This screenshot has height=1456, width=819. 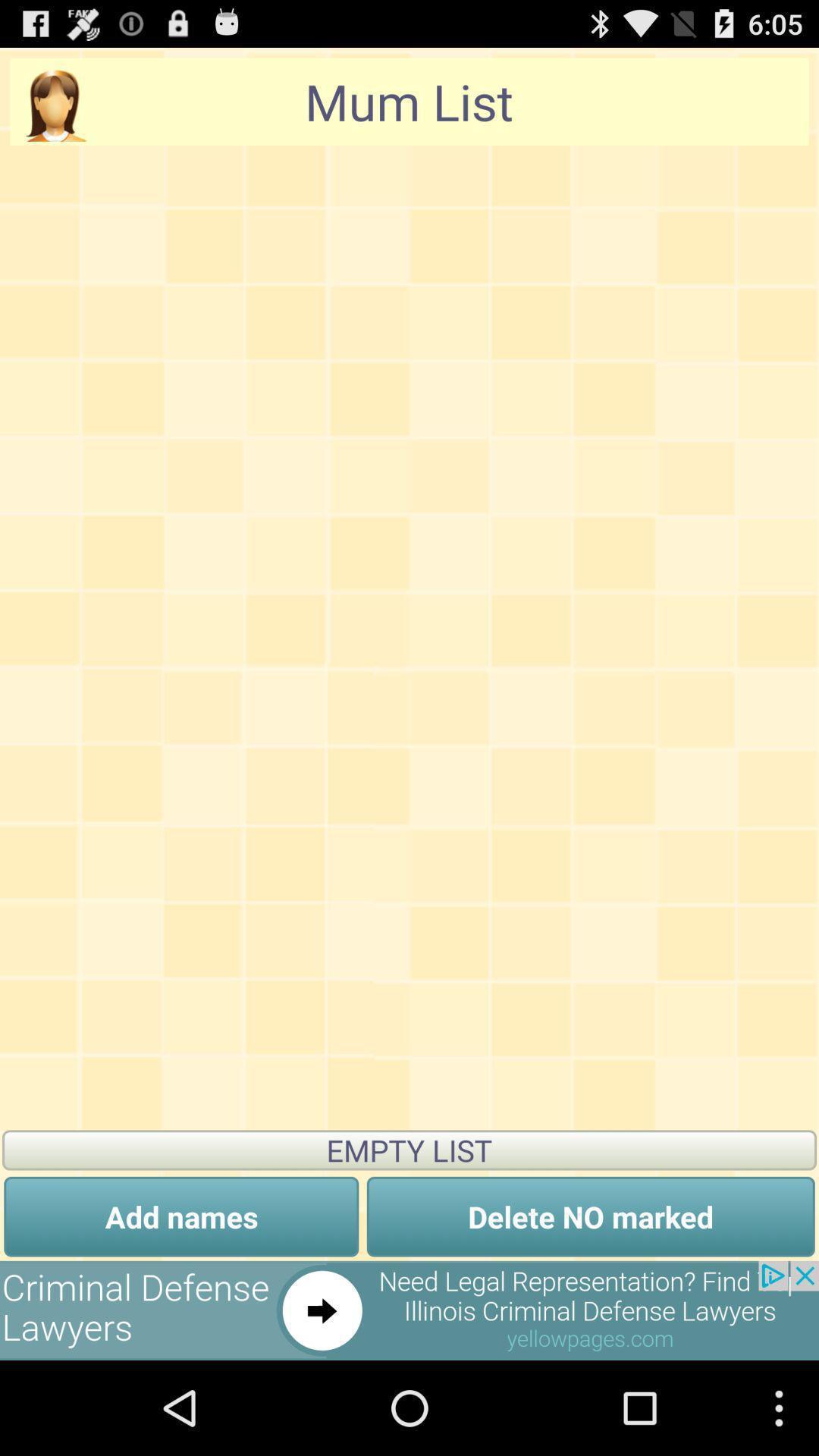 I want to click on linked advertisement page, so click(x=409, y=1310).